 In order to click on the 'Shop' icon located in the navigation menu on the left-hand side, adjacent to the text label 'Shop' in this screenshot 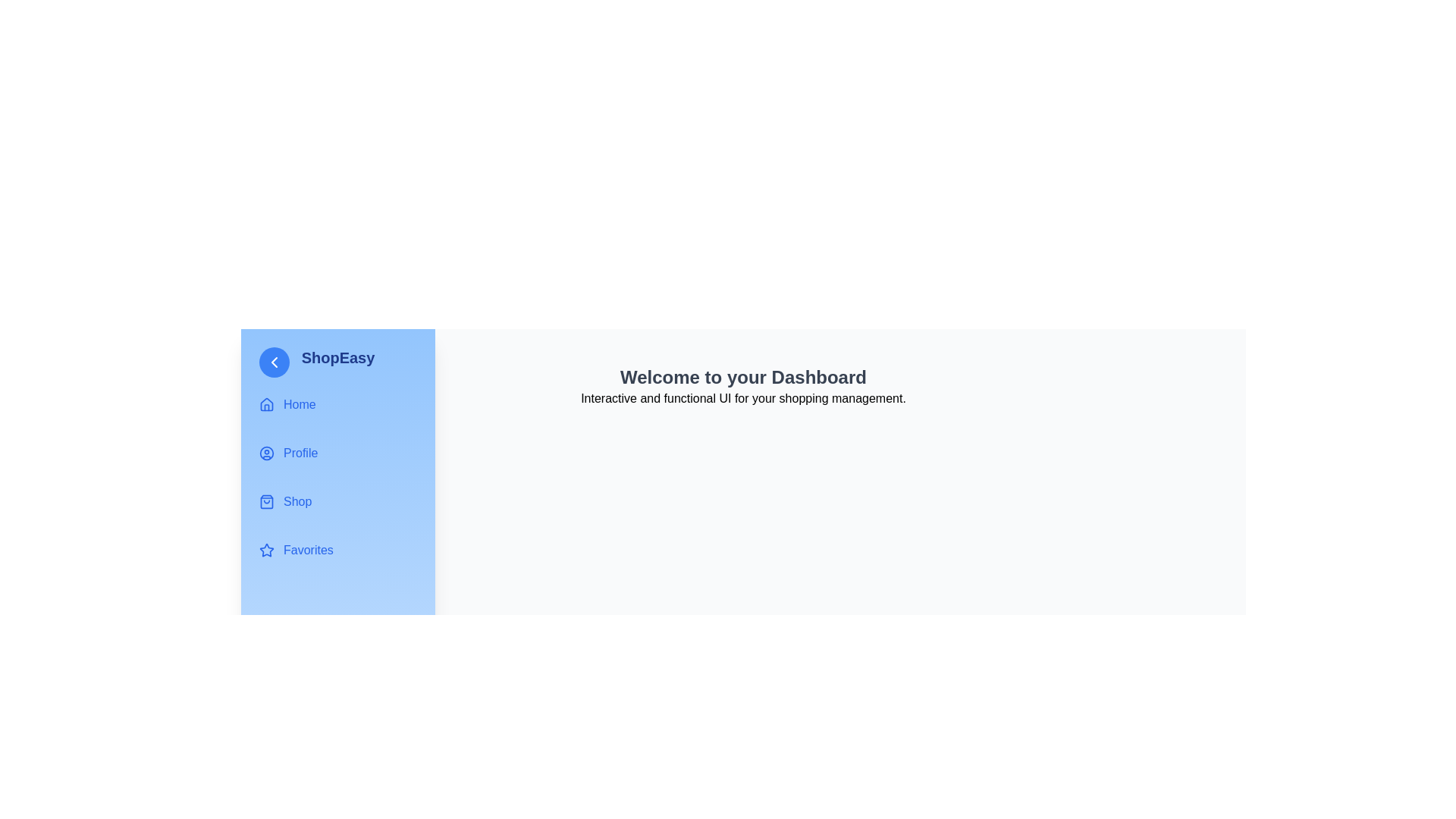, I will do `click(266, 502)`.